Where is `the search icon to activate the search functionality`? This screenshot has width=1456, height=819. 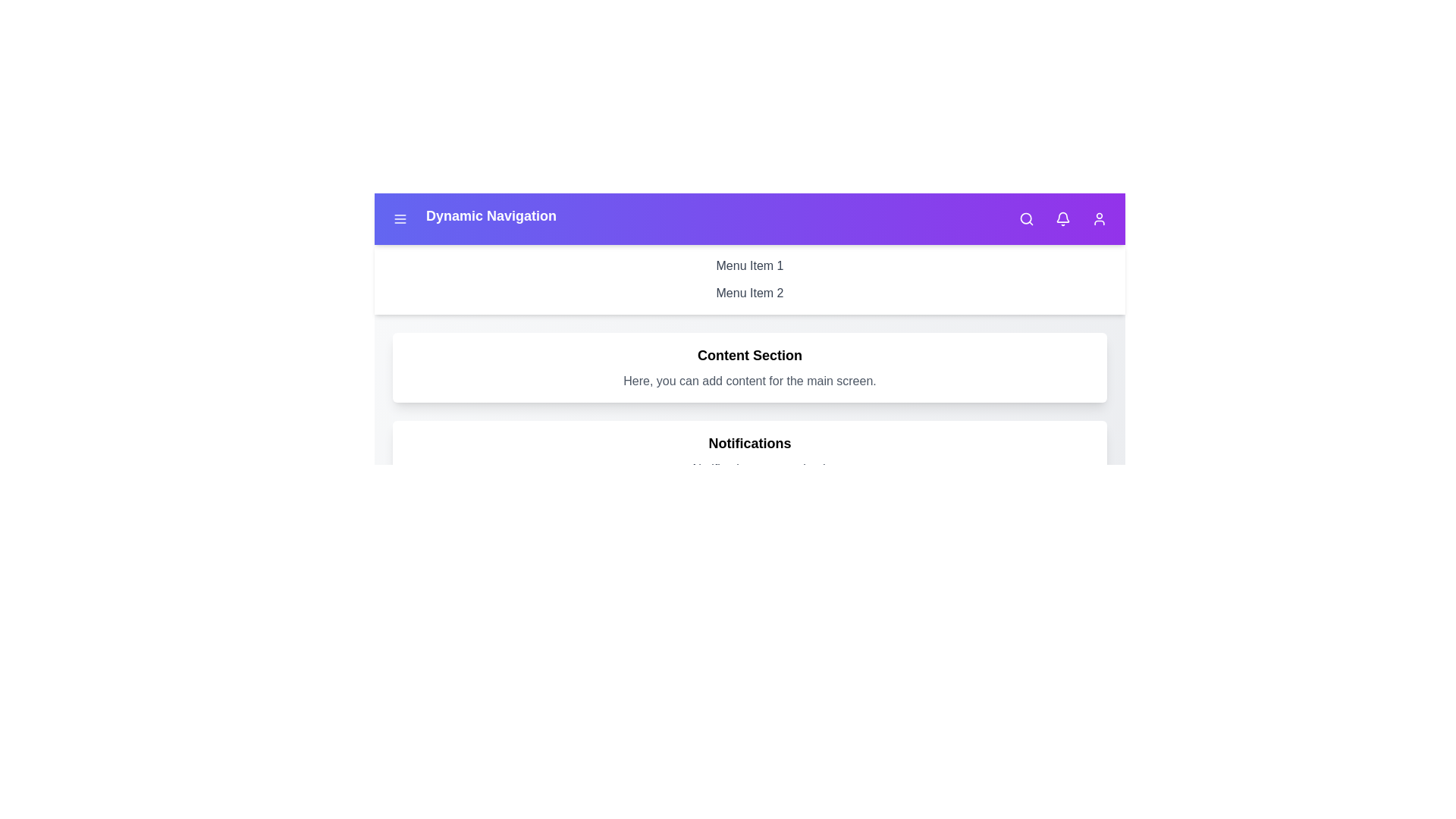
the search icon to activate the search functionality is located at coordinates (1026, 219).